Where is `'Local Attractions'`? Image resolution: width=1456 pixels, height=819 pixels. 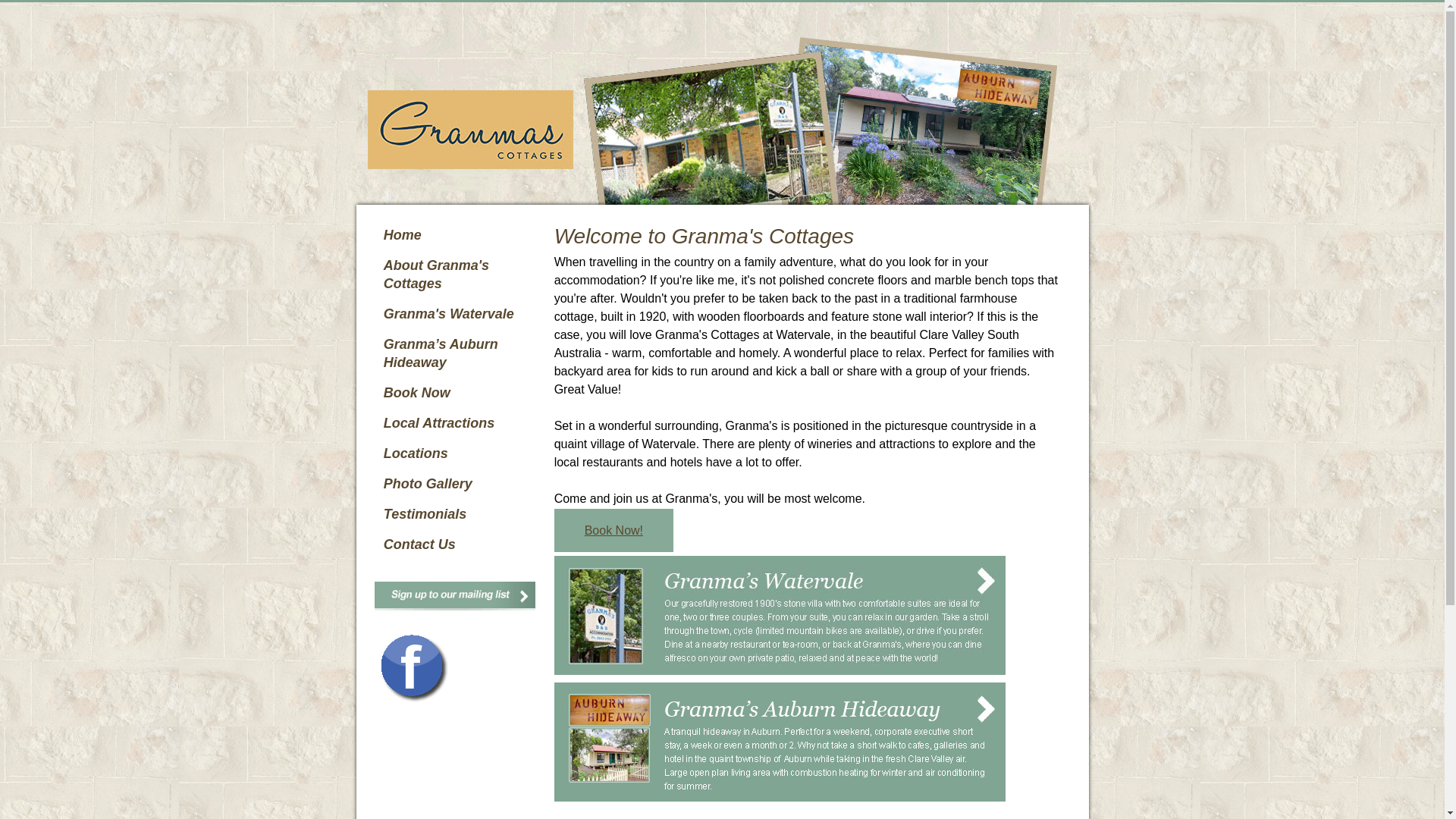 'Local Attractions' is located at coordinates (375, 423).